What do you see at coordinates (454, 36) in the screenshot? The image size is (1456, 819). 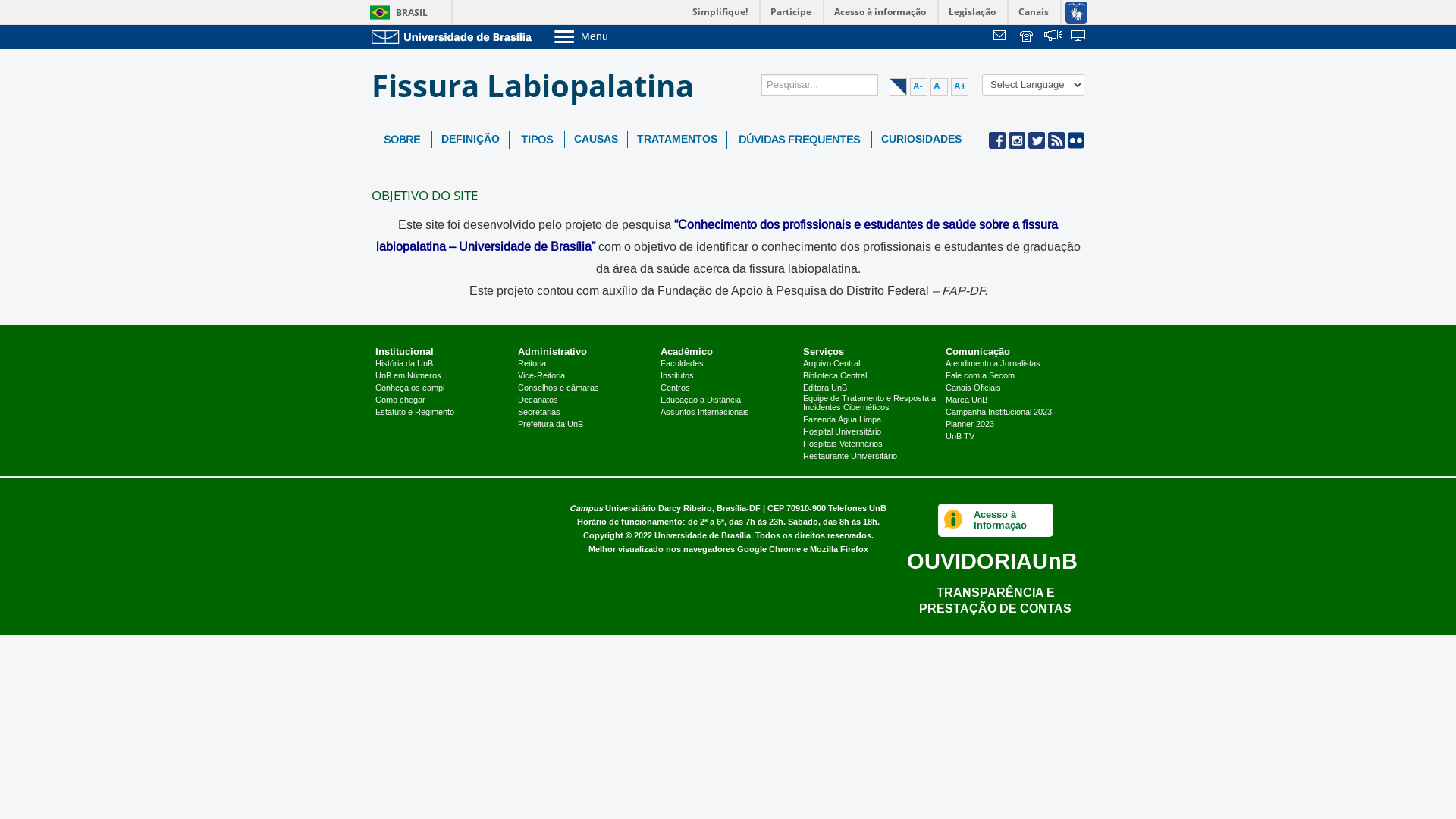 I see `'Ir para o Portal da UnB'` at bounding box center [454, 36].